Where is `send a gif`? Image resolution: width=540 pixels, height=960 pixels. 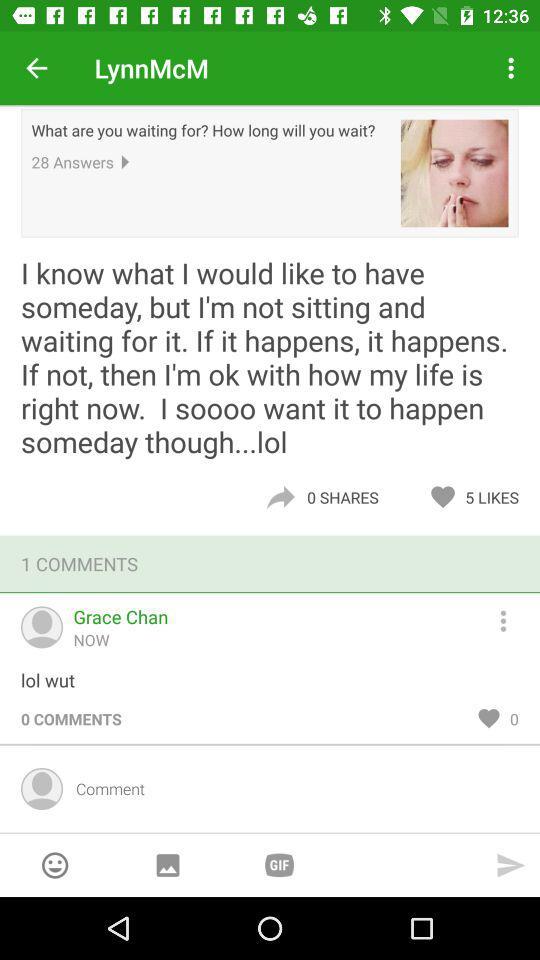
send a gif is located at coordinates (278, 864).